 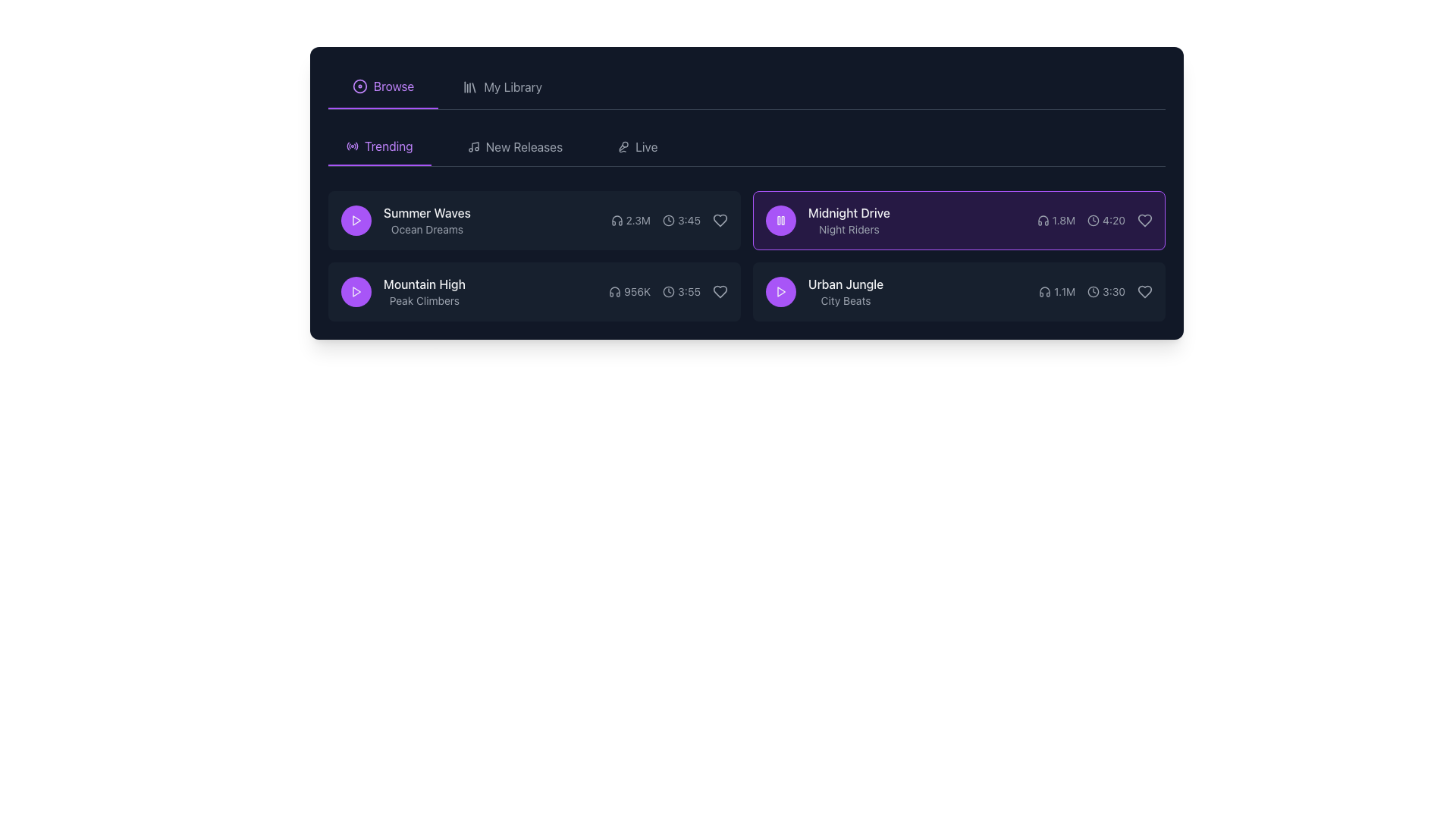 What do you see at coordinates (426, 220) in the screenshot?
I see `the Text Display element that presents the name and subtitle of a media item, located to the right of the play symbol button in the trending list` at bounding box center [426, 220].